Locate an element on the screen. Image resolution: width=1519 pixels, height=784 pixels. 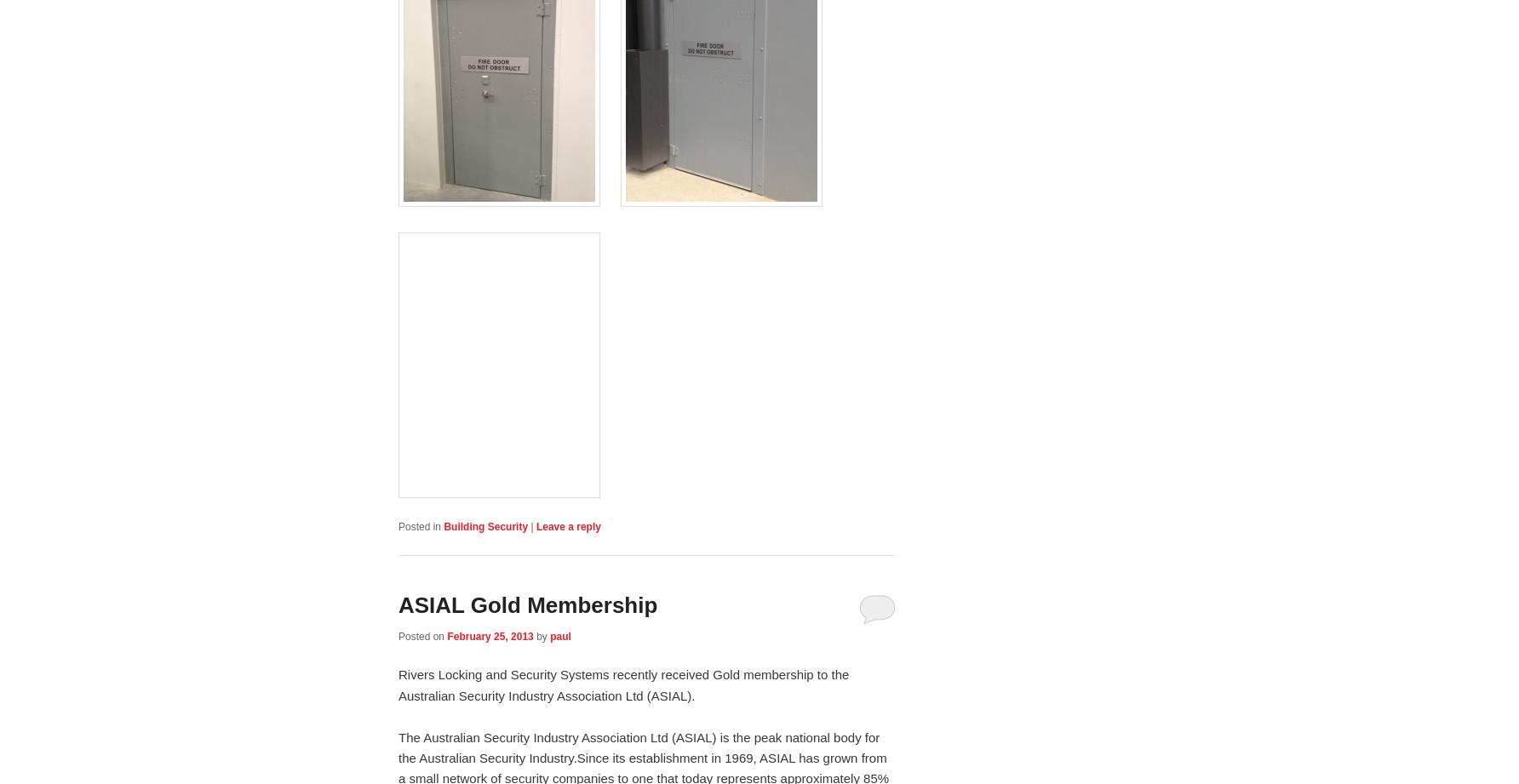
'paul' is located at coordinates (559, 637).